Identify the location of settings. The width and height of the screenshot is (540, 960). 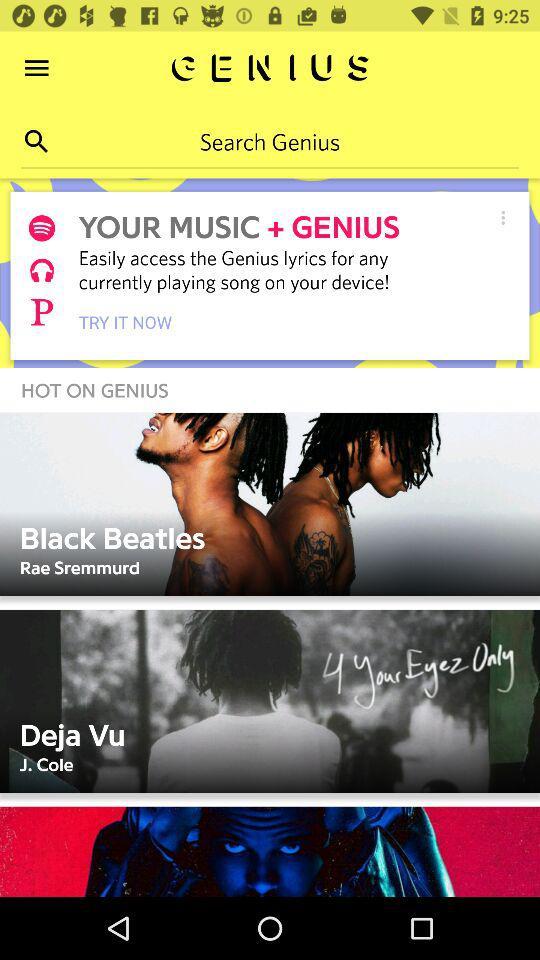
(502, 217).